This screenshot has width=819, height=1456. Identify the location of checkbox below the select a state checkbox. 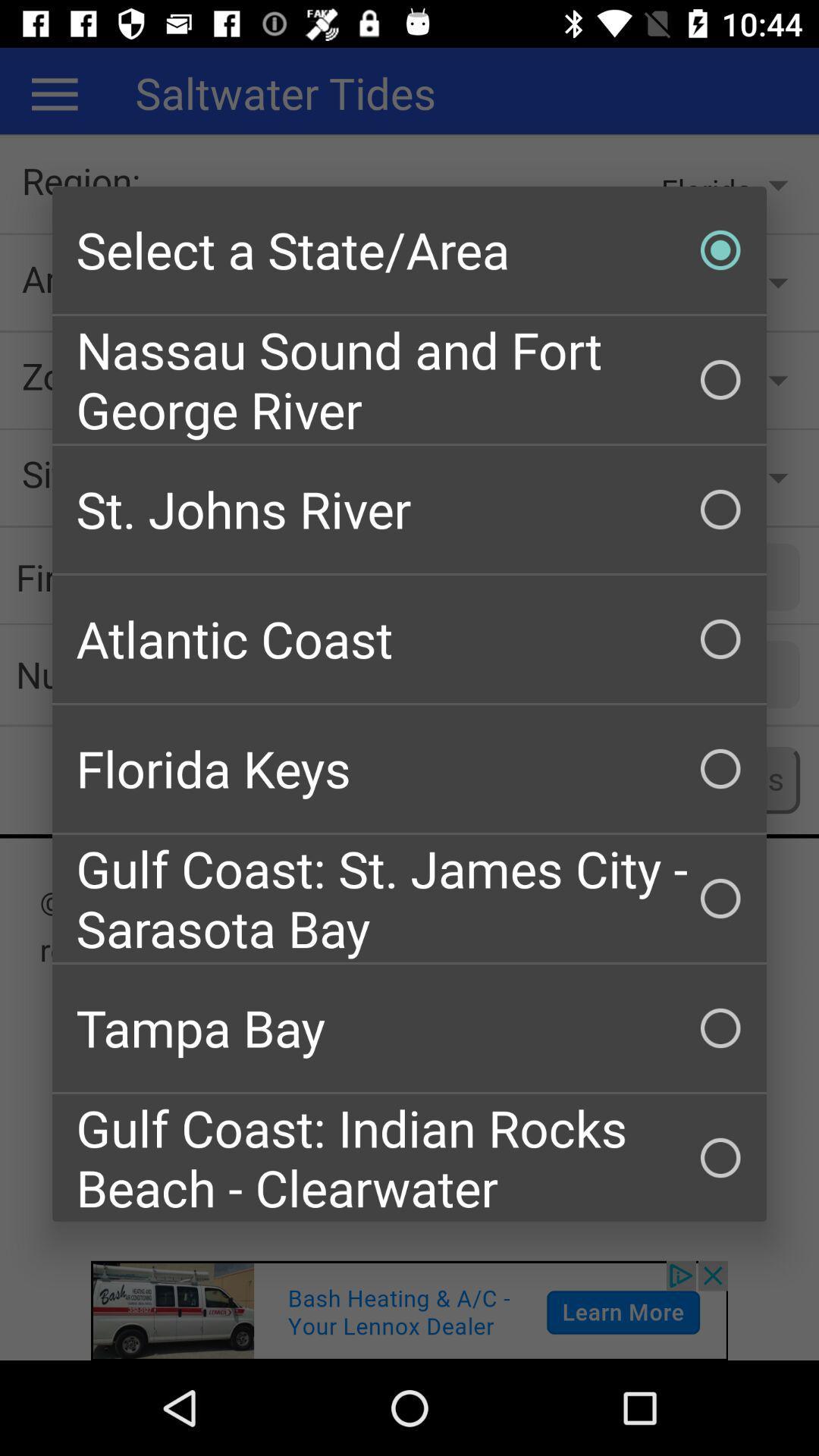
(409, 379).